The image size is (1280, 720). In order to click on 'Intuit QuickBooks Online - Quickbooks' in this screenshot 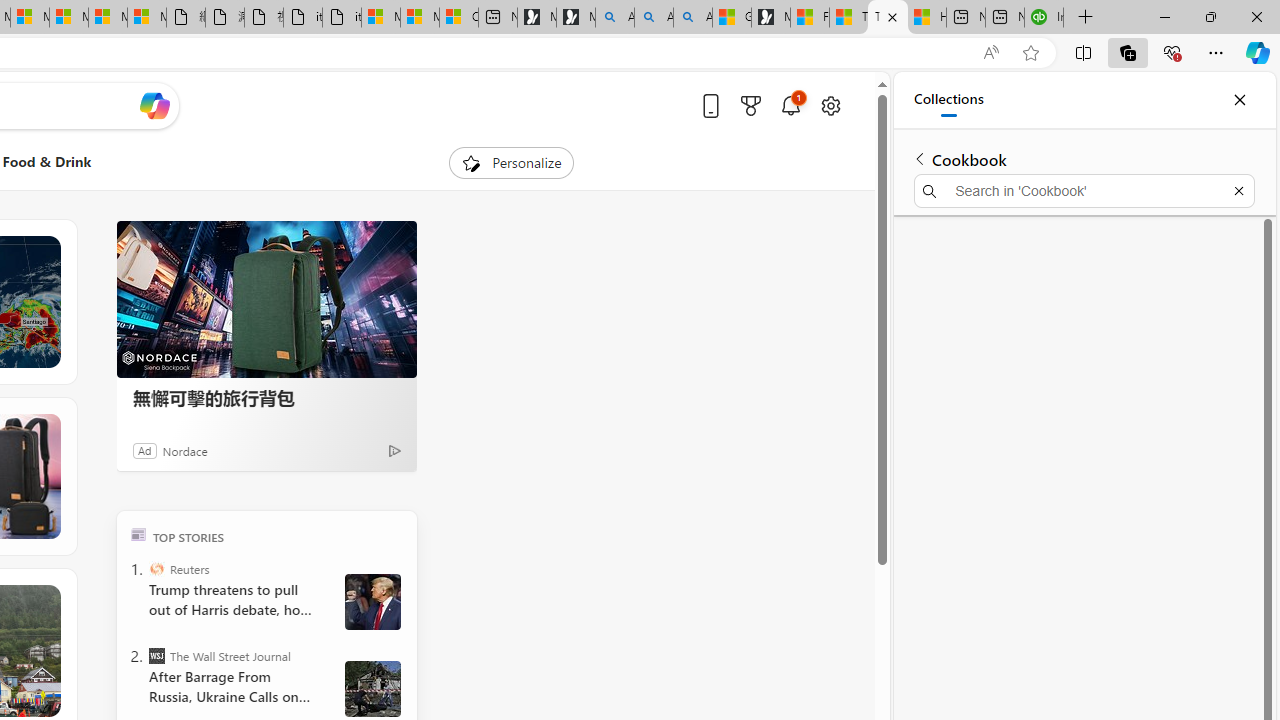, I will do `click(1043, 17)`.